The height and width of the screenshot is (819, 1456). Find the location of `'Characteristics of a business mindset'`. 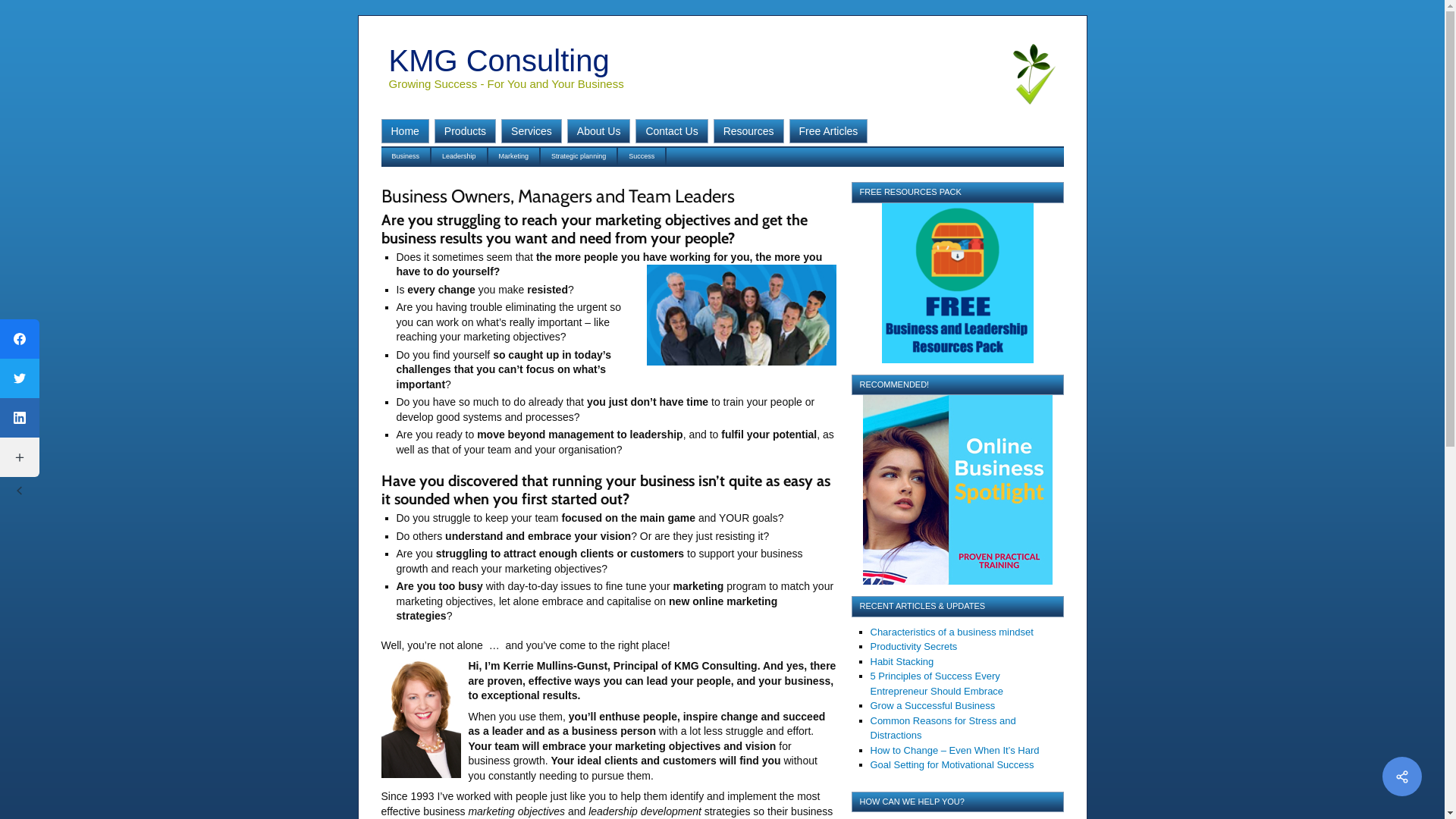

'Characteristics of a business mindset' is located at coordinates (951, 632).